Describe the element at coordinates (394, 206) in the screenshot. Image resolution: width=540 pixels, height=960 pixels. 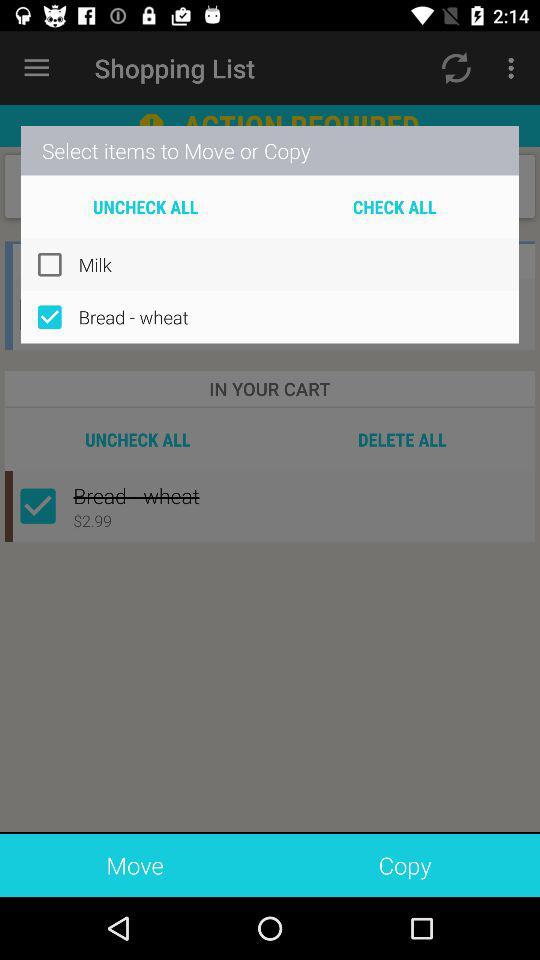
I see `the icon next to uncheck all item` at that location.